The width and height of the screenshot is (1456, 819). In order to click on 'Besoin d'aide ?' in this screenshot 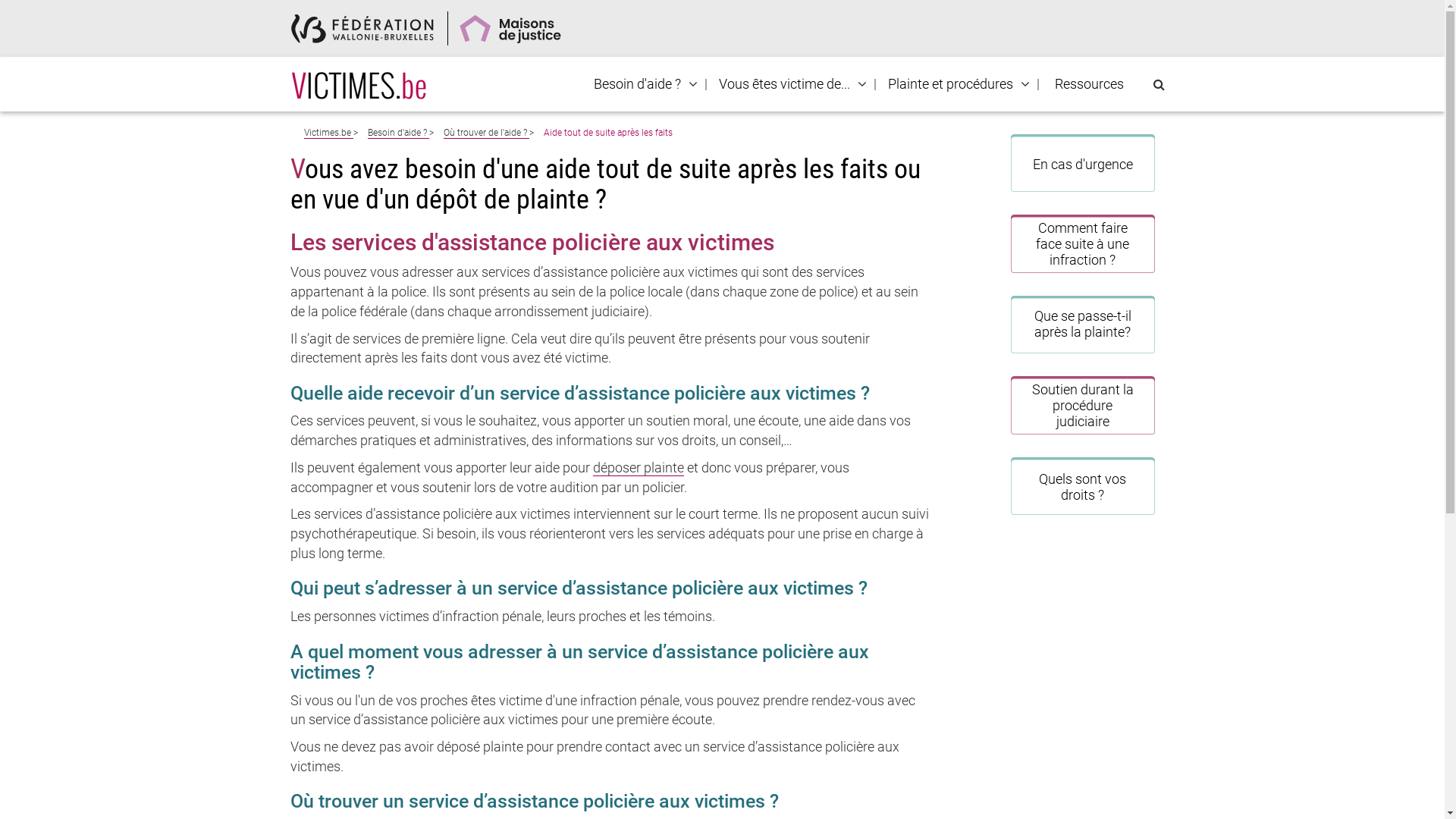, I will do `click(637, 84)`.